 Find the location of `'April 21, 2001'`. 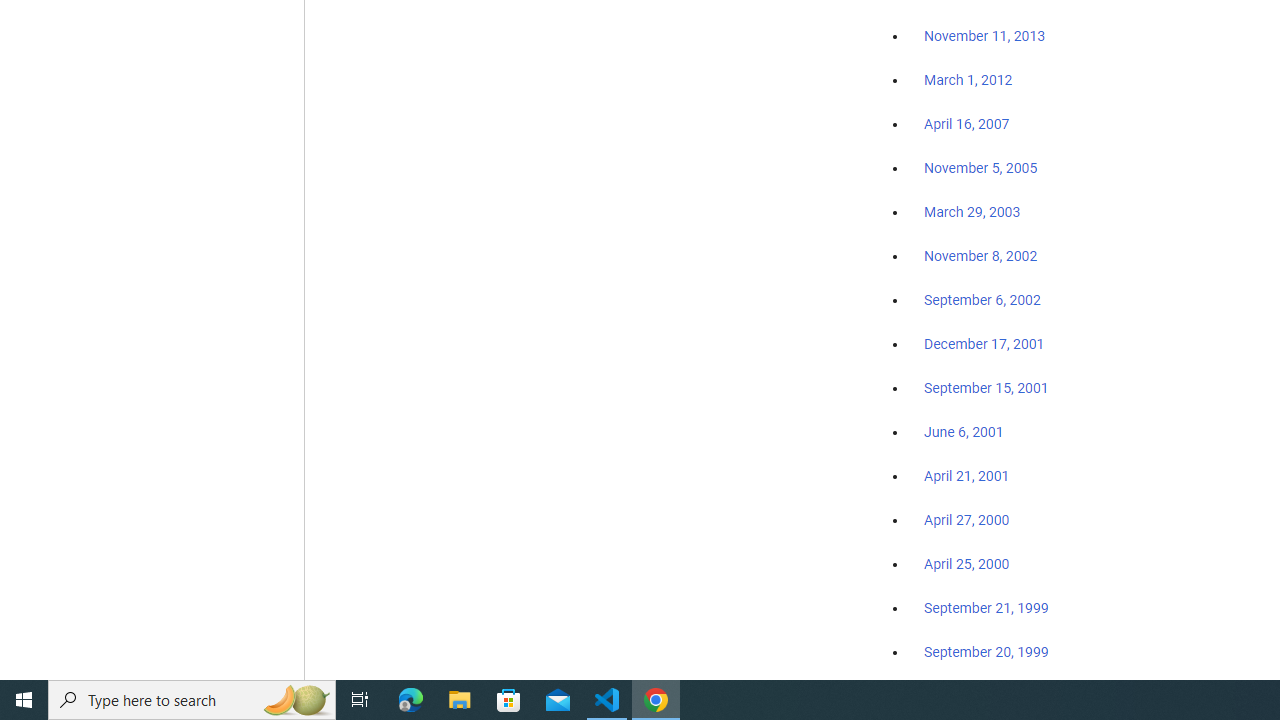

'April 21, 2001' is located at coordinates (967, 476).